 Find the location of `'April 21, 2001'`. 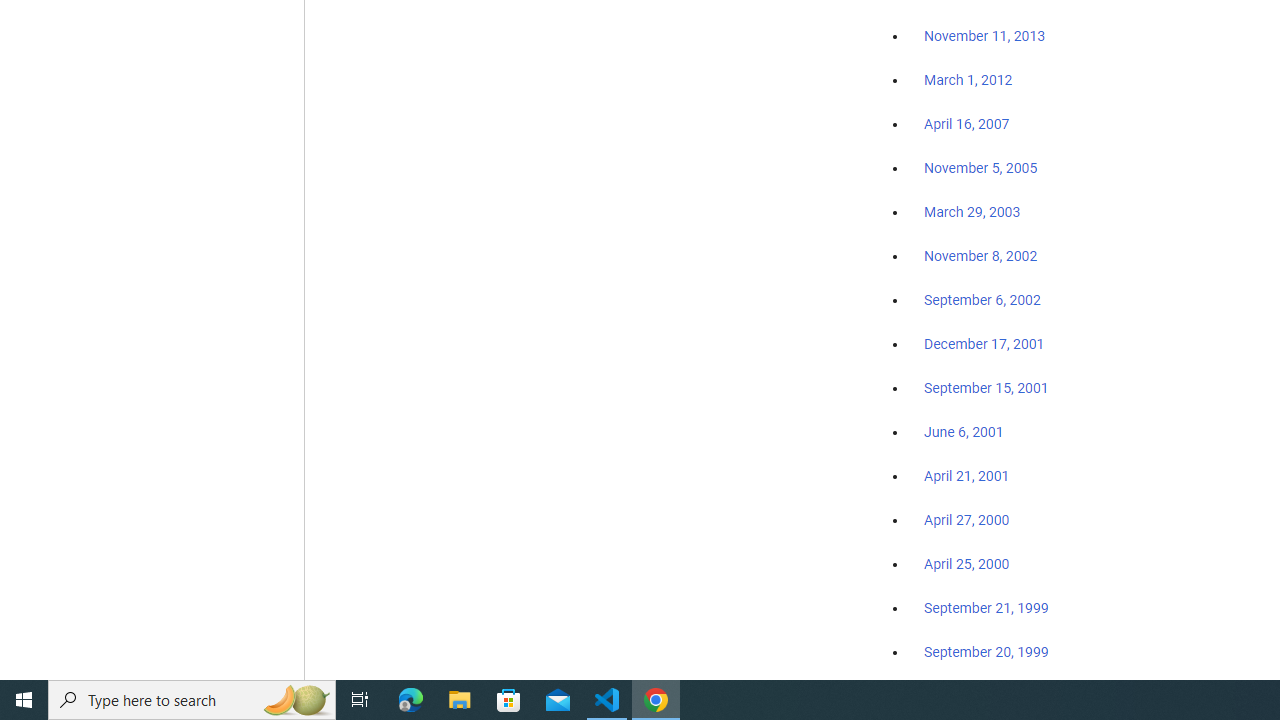

'April 21, 2001' is located at coordinates (967, 476).